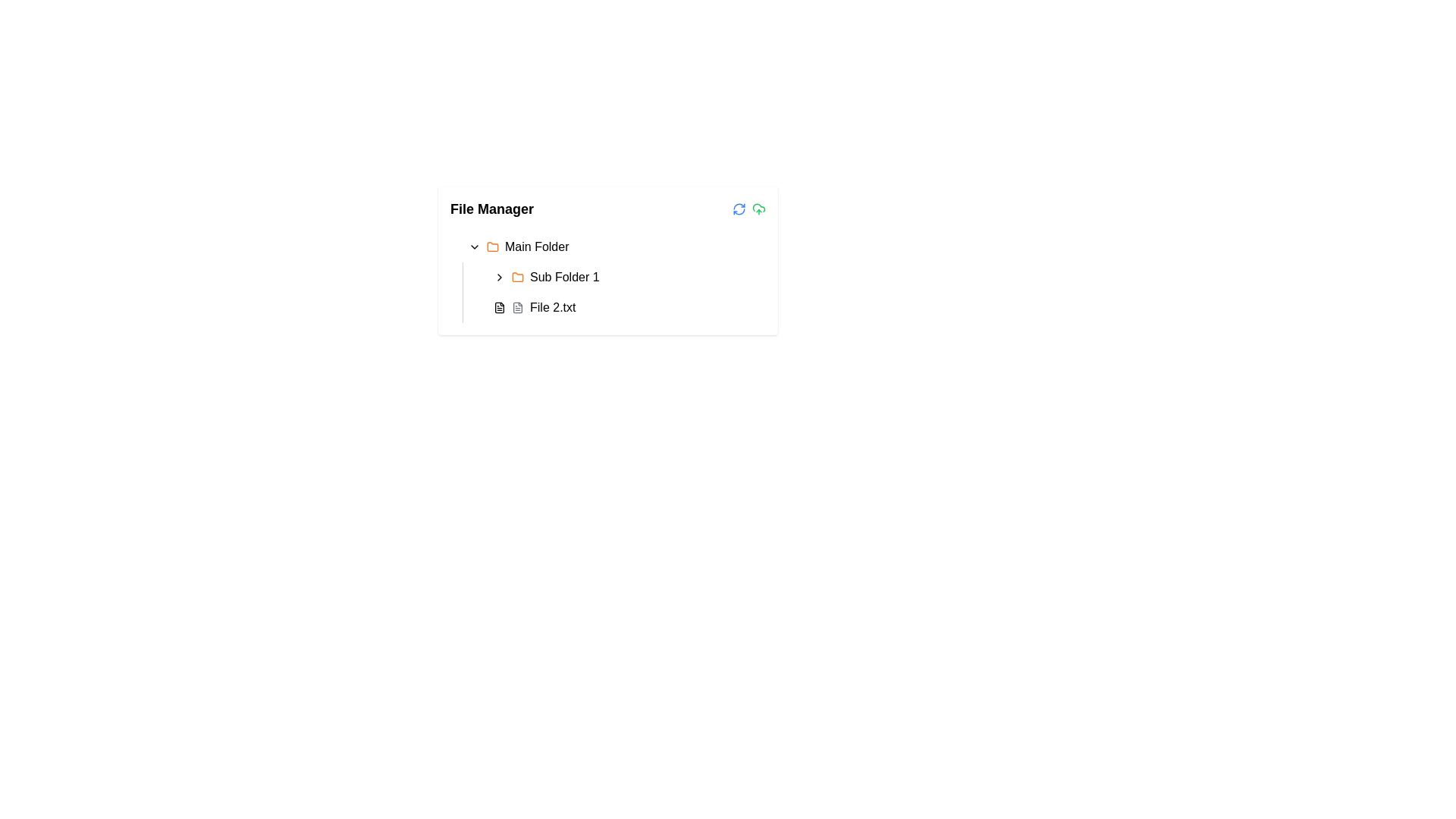  Describe the element at coordinates (499, 307) in the screenshot. I see `the file icon in the 'File Manager' application that represents 'File 2.txt'` at that location.